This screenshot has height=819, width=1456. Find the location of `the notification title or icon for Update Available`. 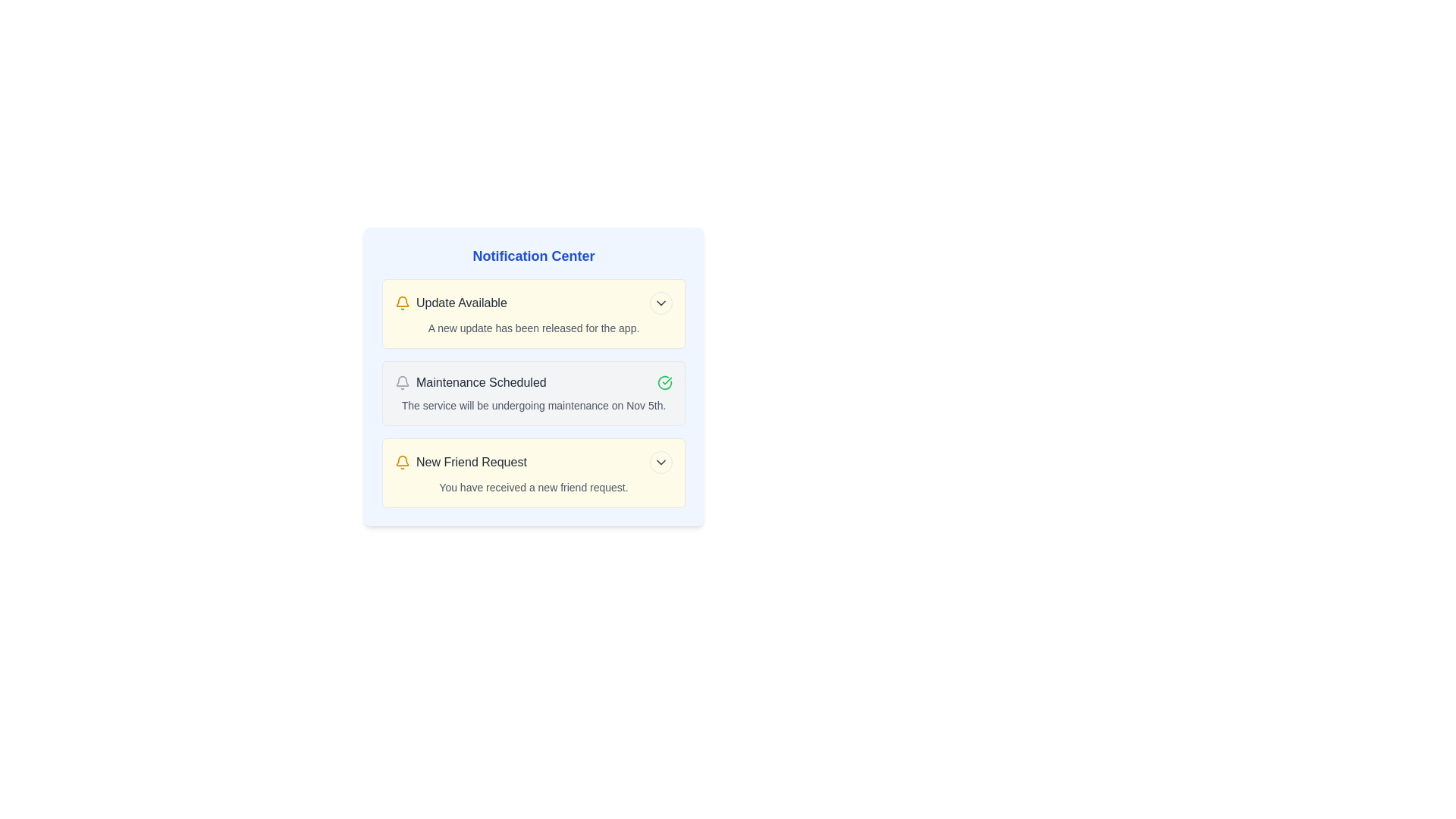

the notification title or icon for Update Available is located at coordinates (403, 303).